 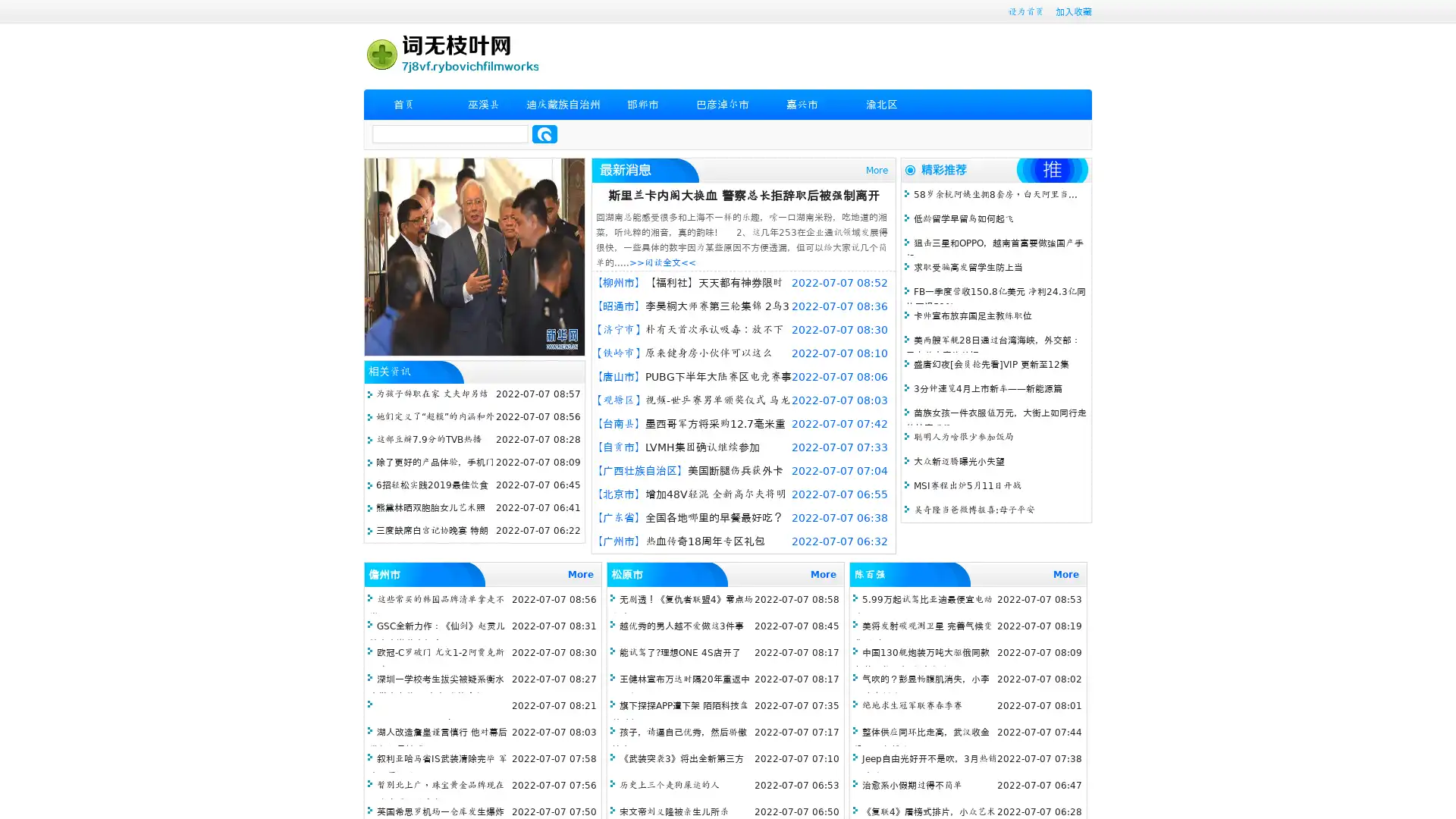 What do you see at coordinates (544, 133) in the screenshot?
I see `Search` at bounding box center [544, 133].